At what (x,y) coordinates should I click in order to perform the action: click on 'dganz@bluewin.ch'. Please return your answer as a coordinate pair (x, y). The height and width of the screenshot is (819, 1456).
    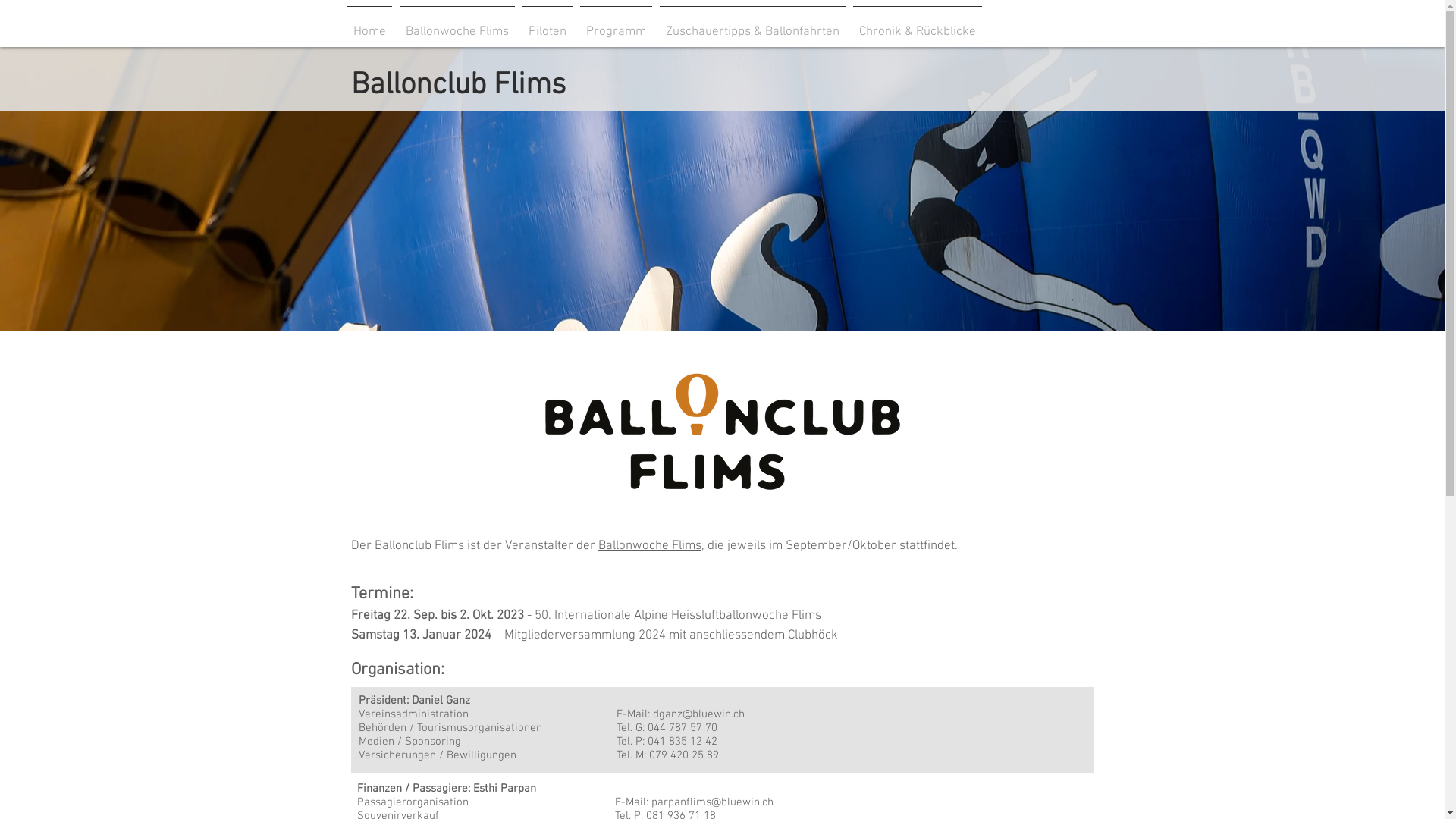
    Looking at the image, I should click on (651, 714).